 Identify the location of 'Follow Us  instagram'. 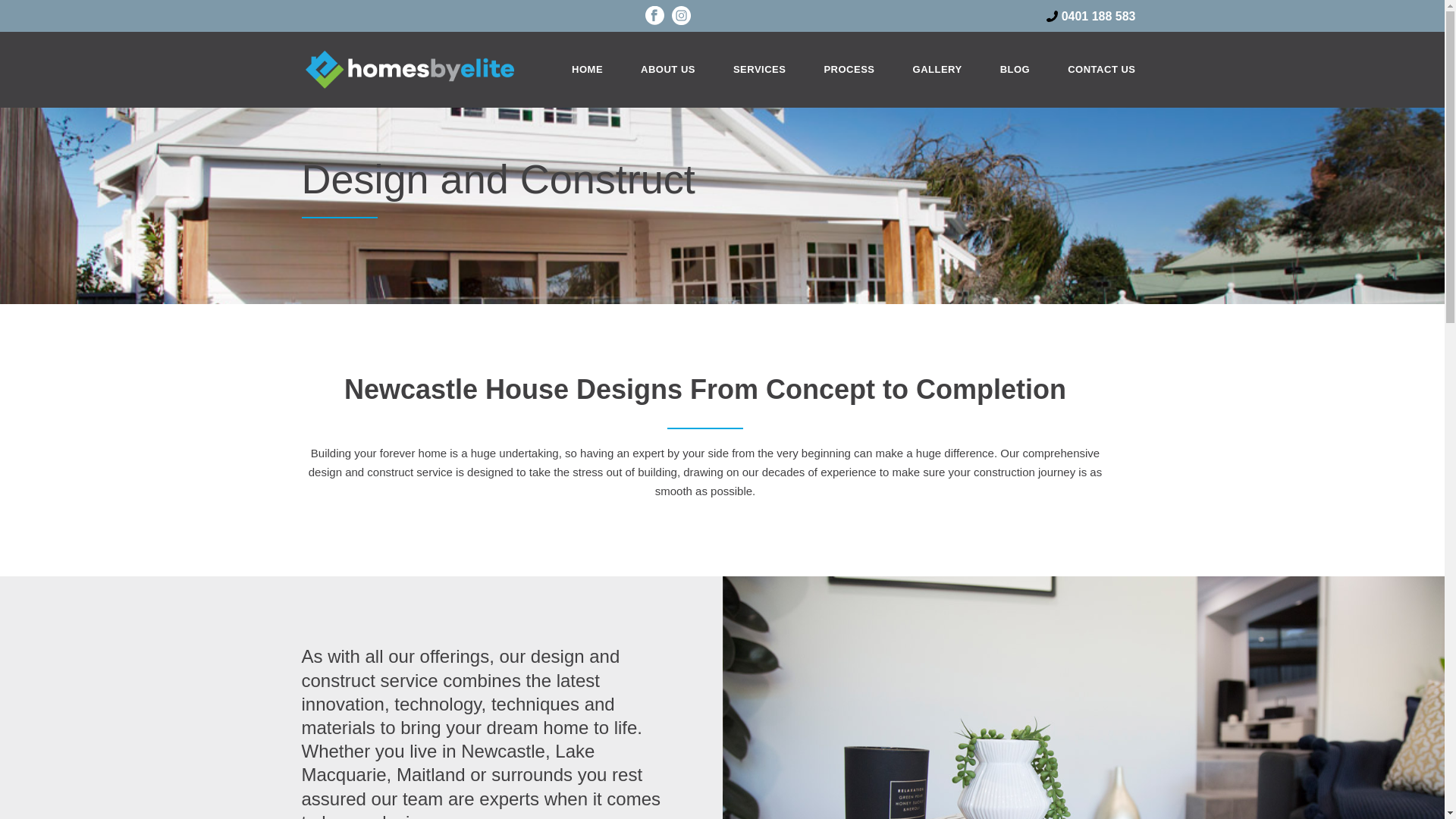
(680, 18).